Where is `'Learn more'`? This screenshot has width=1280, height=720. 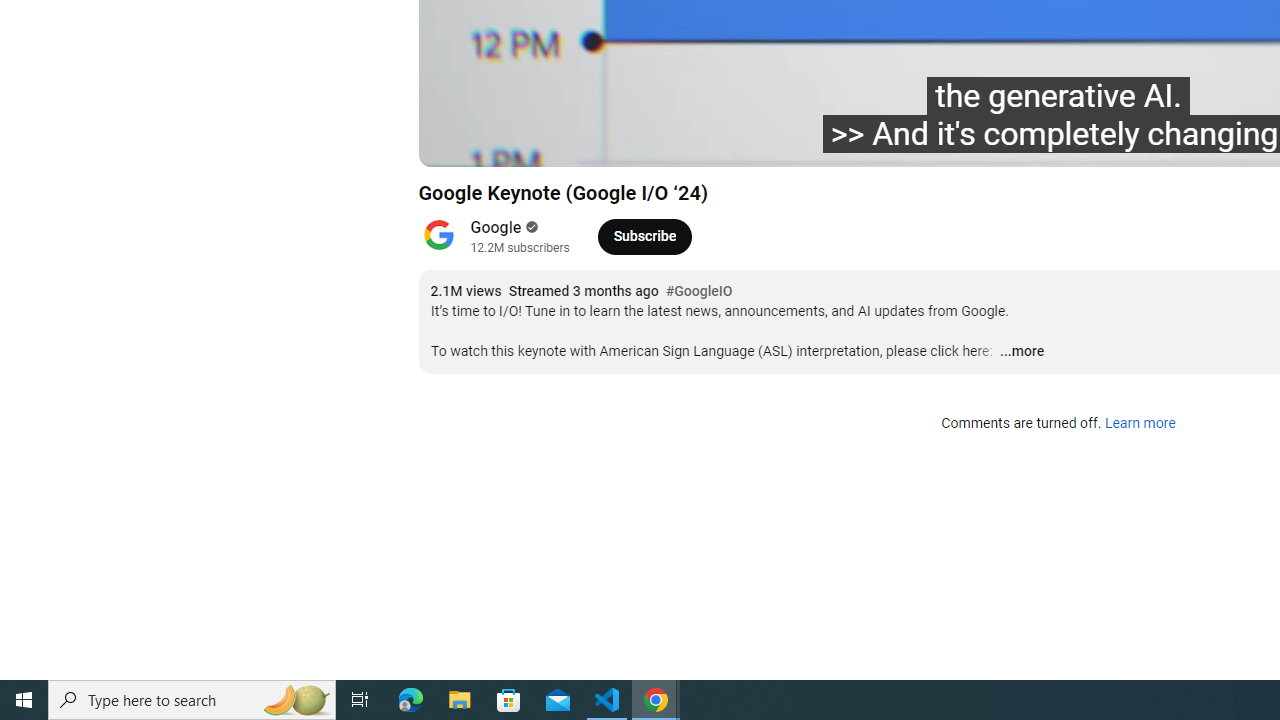 'Learn more' is located at coordinates (1139, 423).